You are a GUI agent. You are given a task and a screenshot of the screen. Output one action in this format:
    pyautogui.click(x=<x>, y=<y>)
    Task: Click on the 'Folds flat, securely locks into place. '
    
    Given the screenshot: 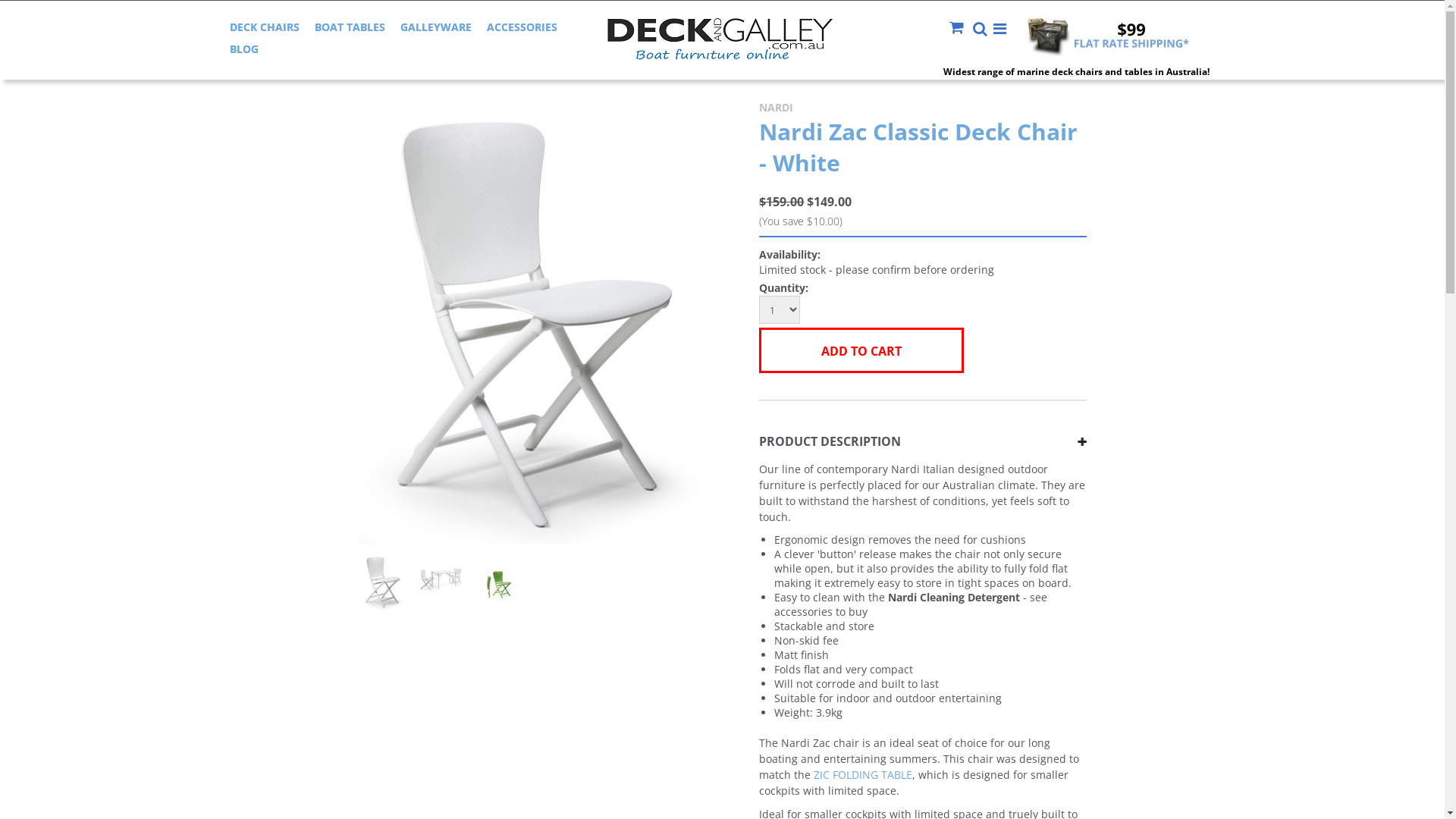 What is the action you would take?
    pyautogui.click(x=498, y=578)
    